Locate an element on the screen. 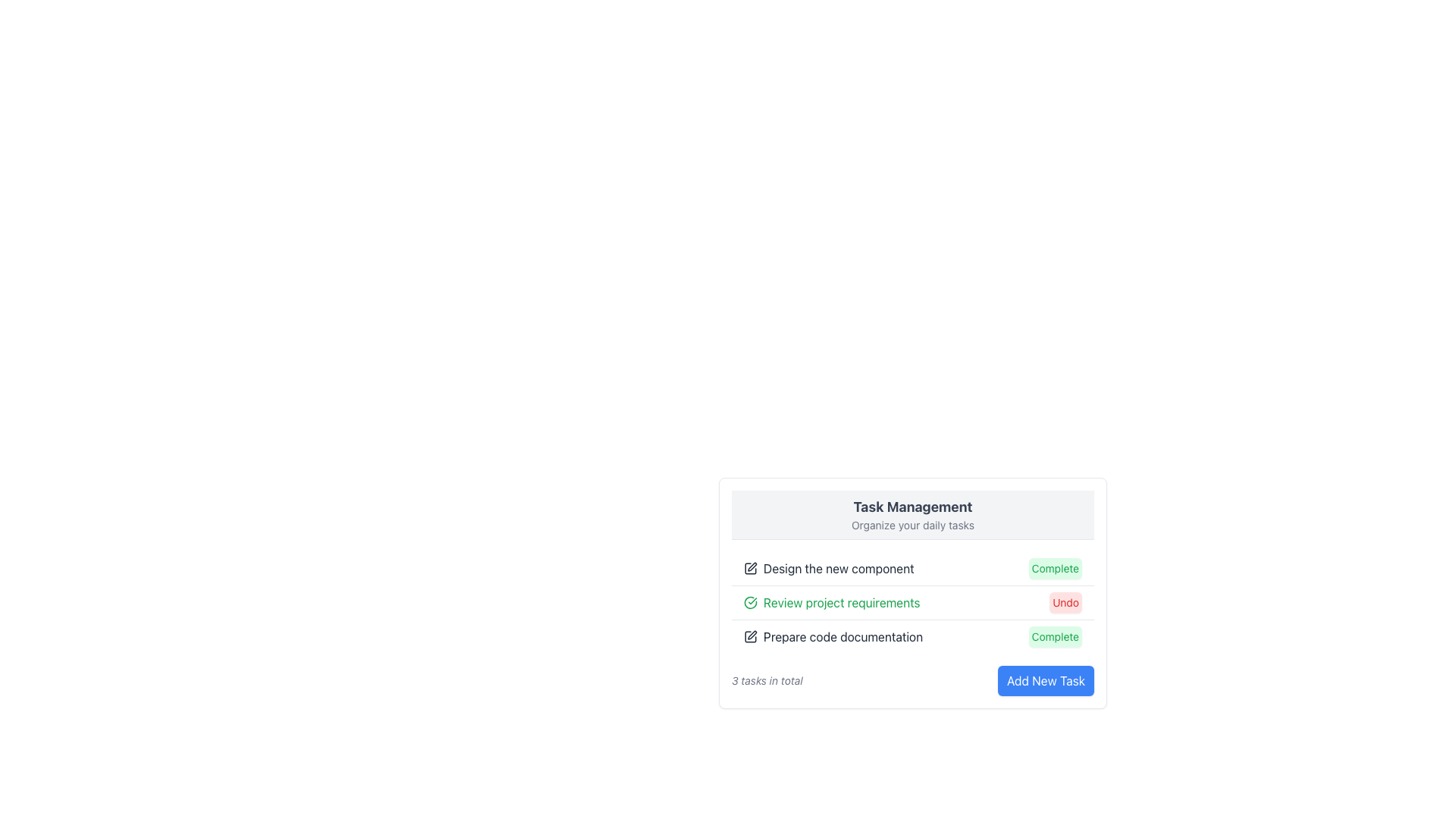 This screenshot has height=819, width=1456. the pen icon associated with the task 'Prepare code documentation' is located at coordinates (750, 637).